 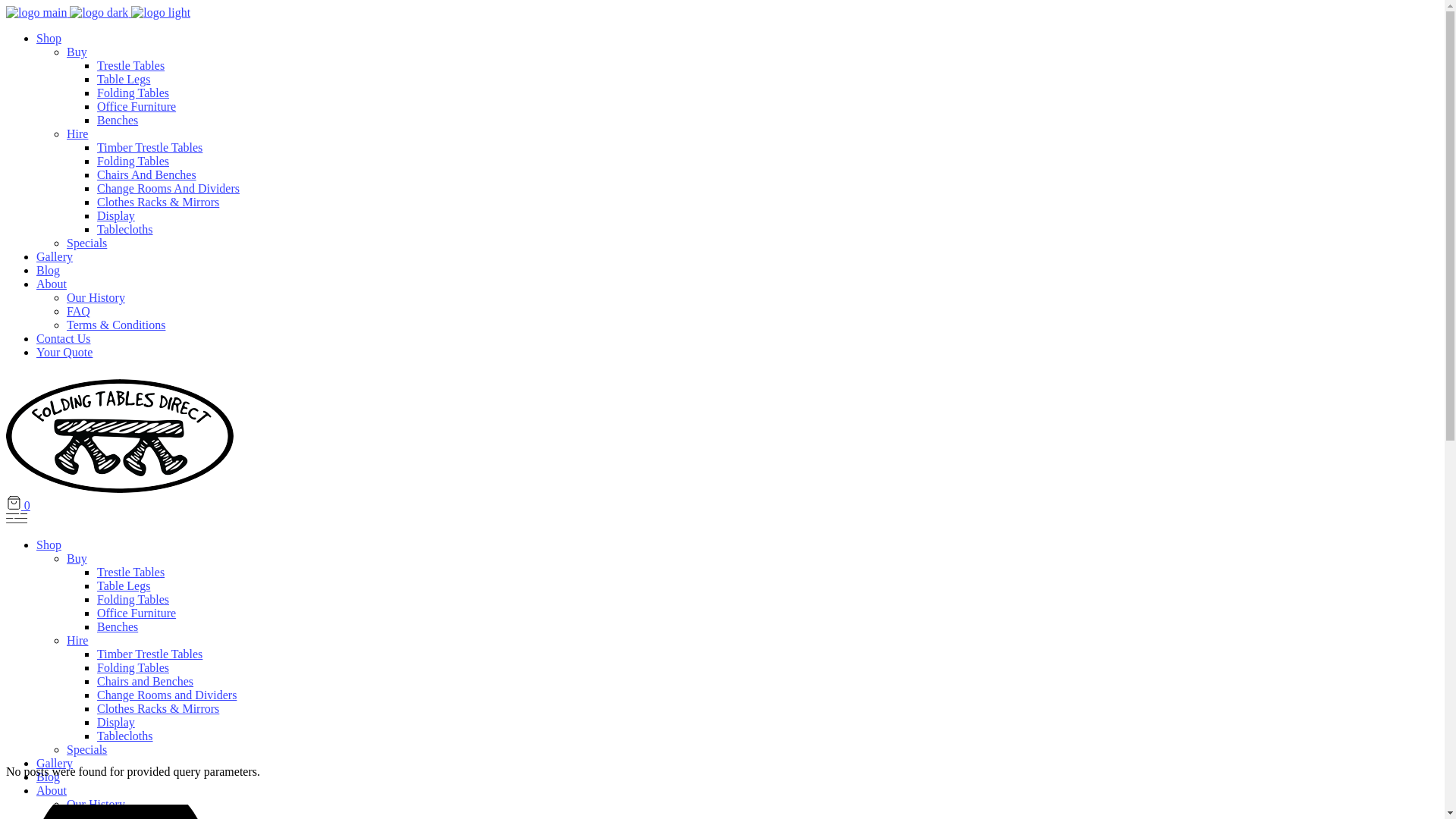 What do you see at coordinates (76, 133) in the screenshot?
I see `'Hire'` at bounding box center [76, 133].